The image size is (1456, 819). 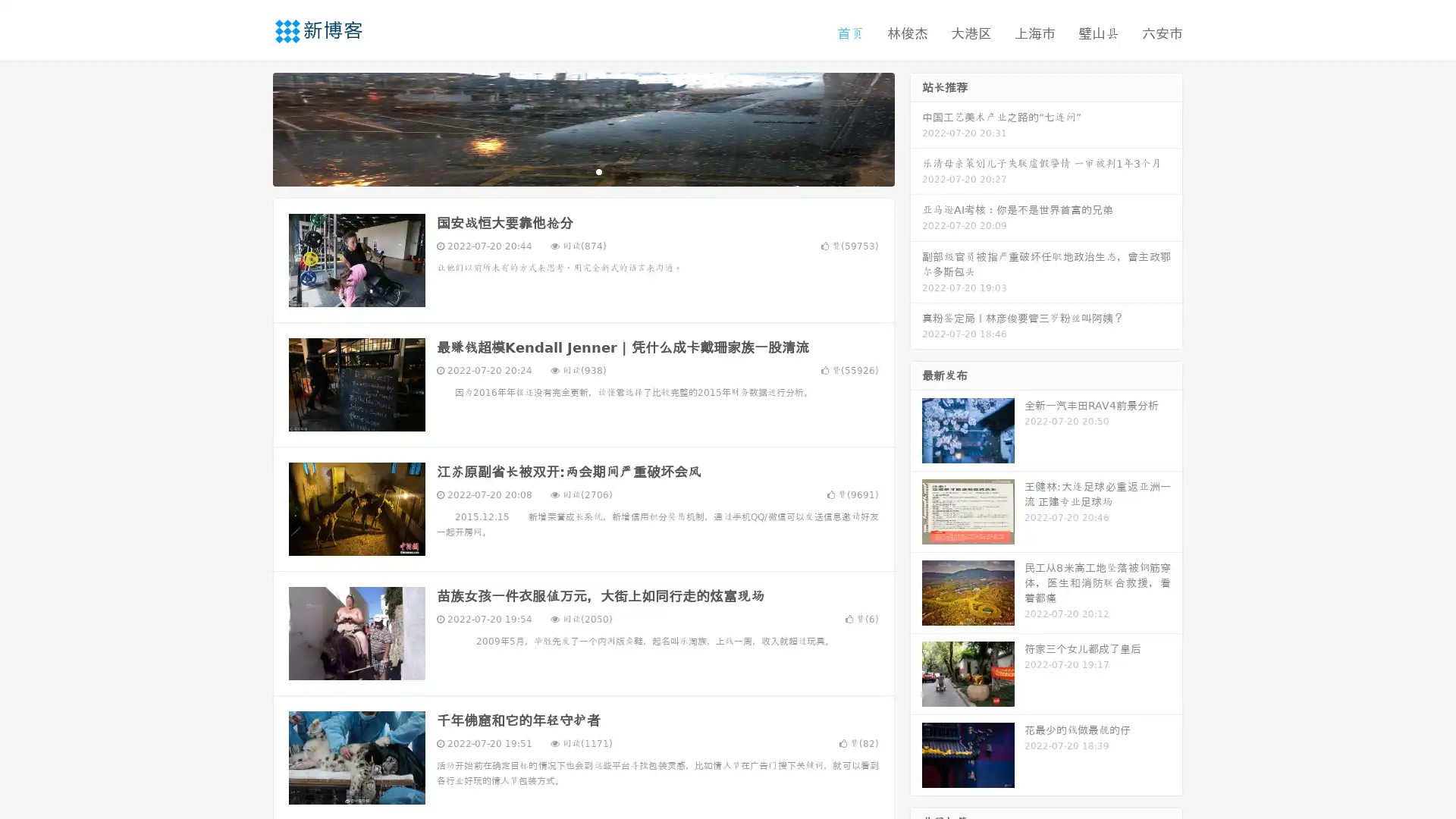 I want to click on Go to slide 3, so click(x=598, y=171).